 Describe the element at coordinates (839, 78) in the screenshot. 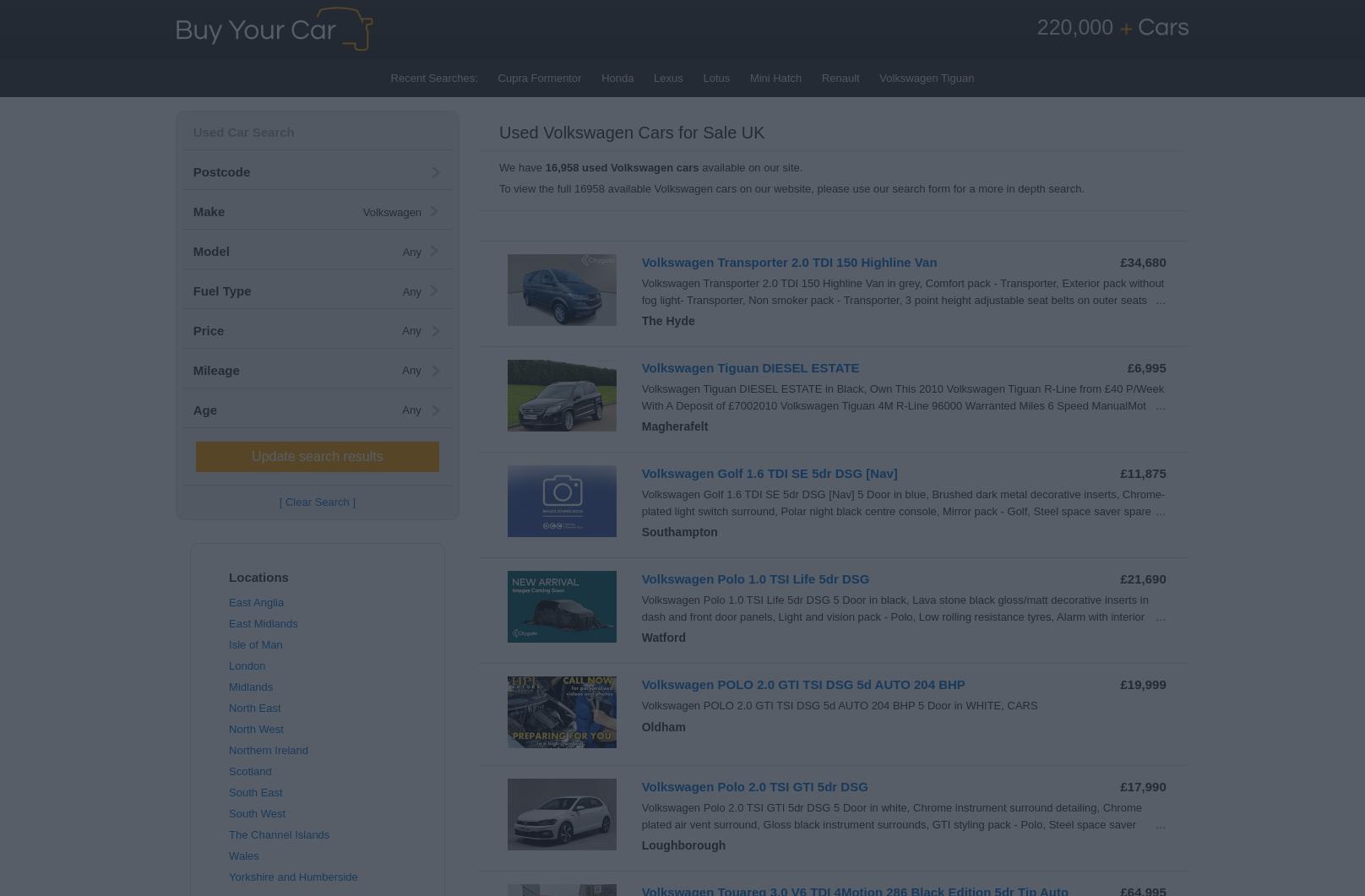

I see `'Renault'` at that location.